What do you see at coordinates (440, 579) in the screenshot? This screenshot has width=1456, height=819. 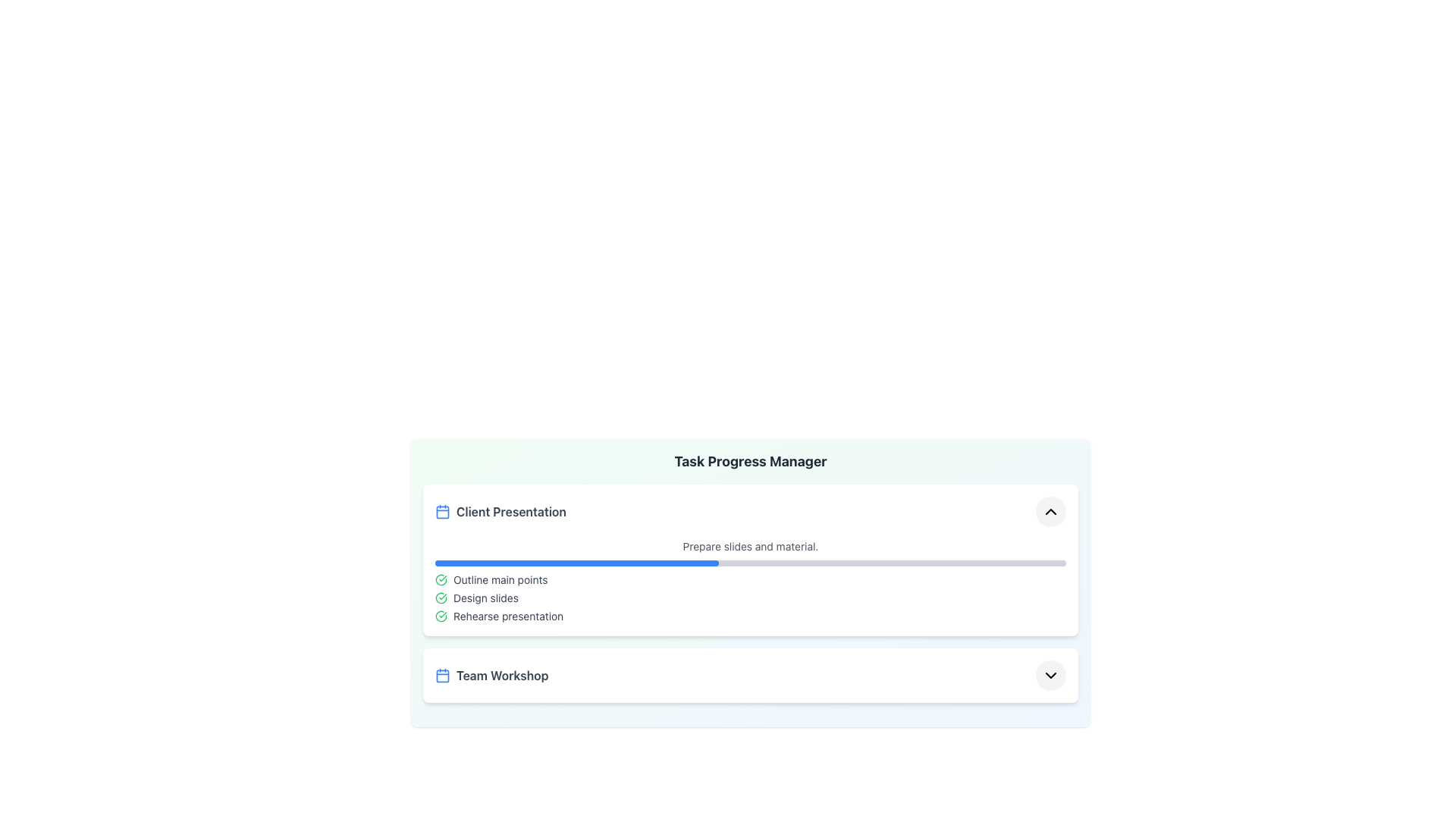 I see `the circular green check mark icon indicating task completion, located in the 'Outline main points' task row, to the left of the text label` at bounding box center [440, 579].